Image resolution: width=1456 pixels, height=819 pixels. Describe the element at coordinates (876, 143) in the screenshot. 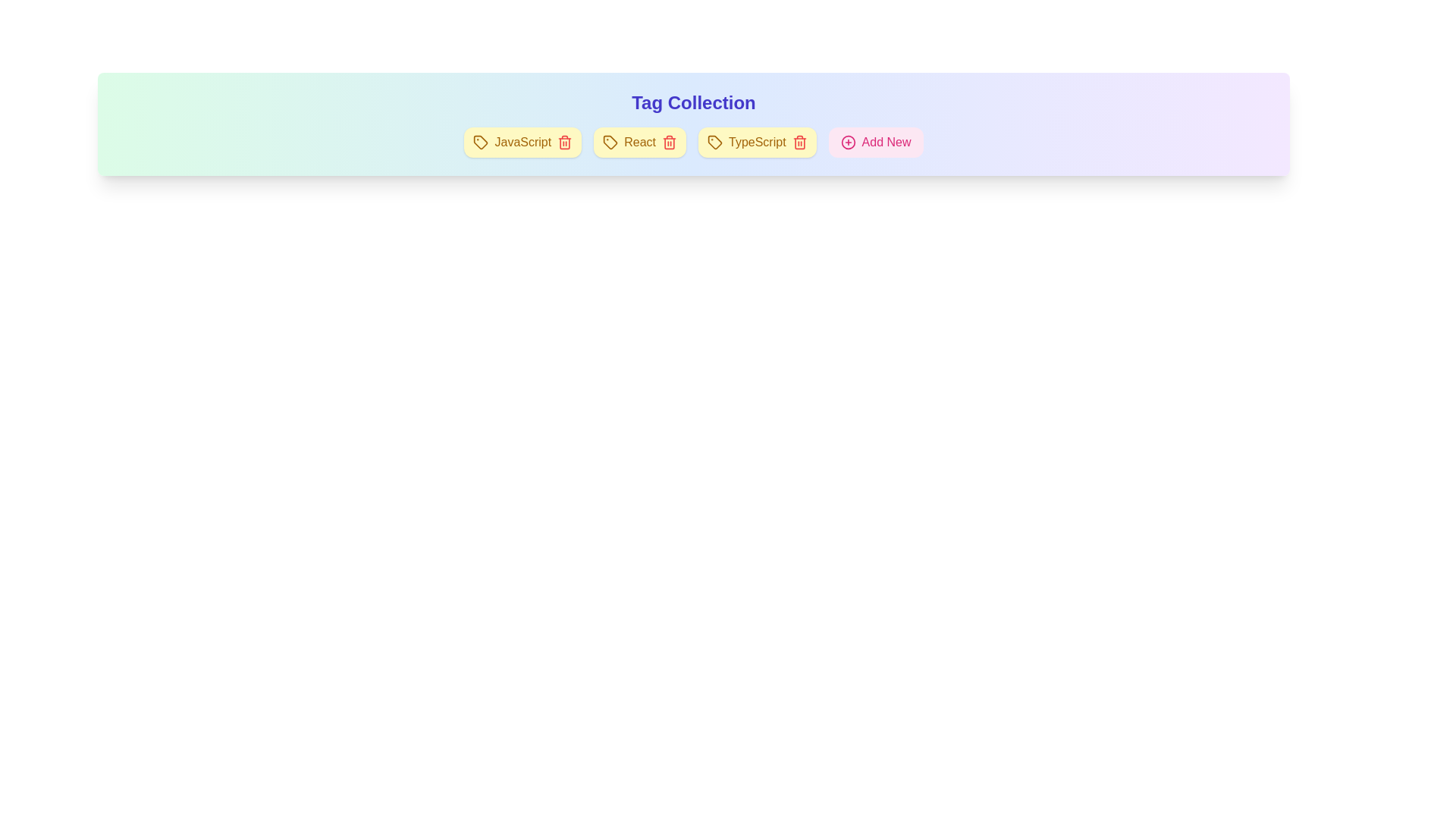

I see `the button located to the right of the 'TypeScript' tag in the 'Tag Collection' section` at that location.